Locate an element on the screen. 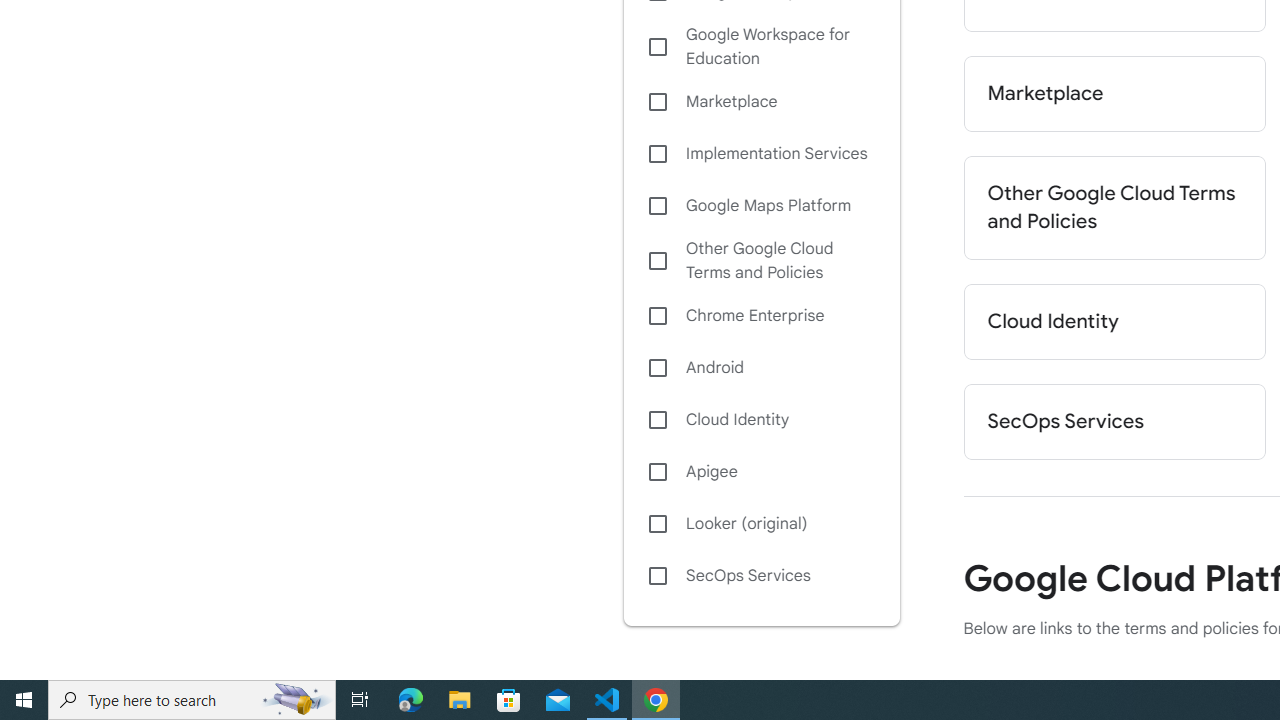 The width and height of the screenshot is (1280, 720). 'Google Workspace for Education' is located at coordinates (760, 46).